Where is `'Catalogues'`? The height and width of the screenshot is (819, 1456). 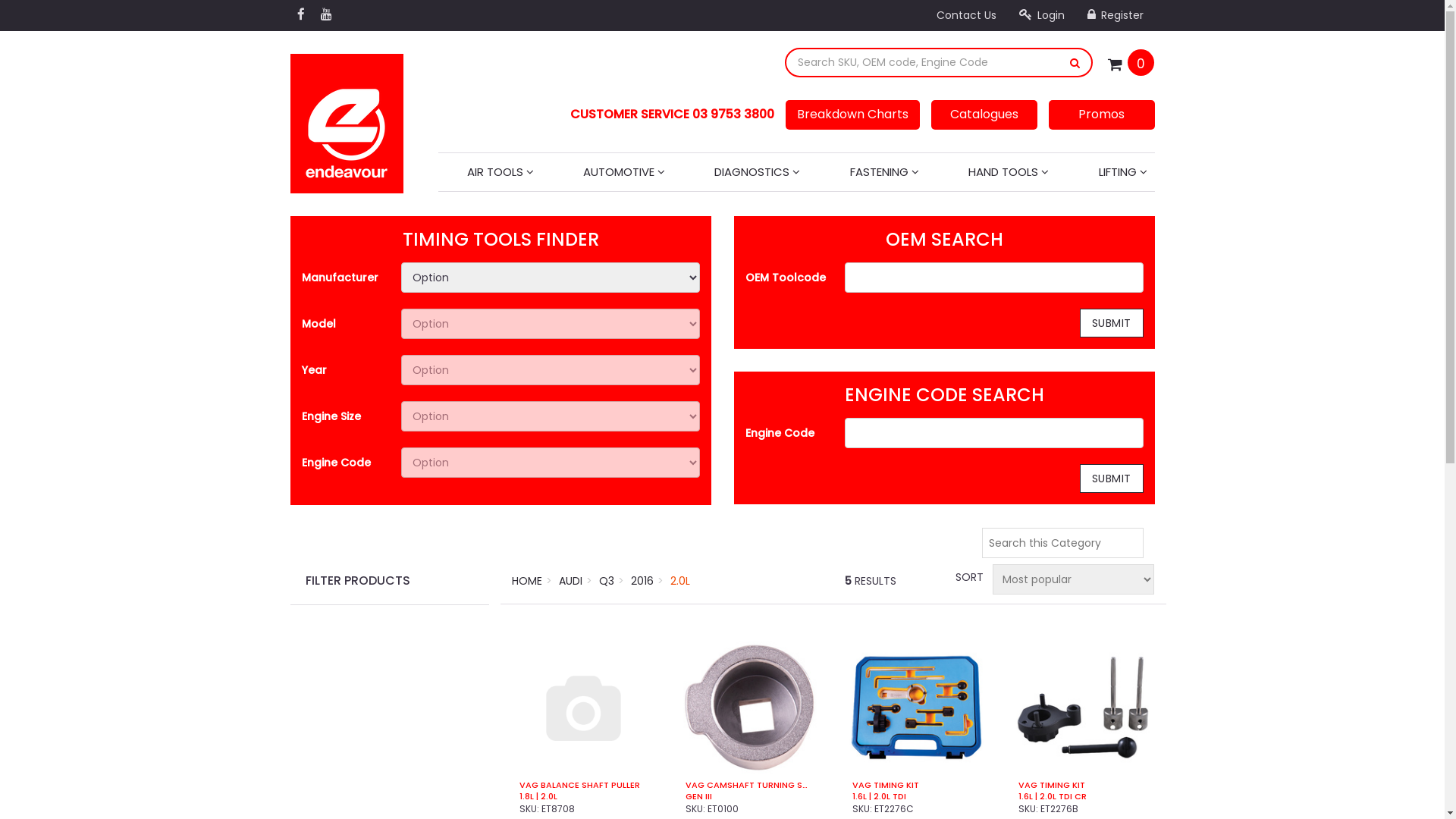
'Catalogues' is located at coordinates (984, 114).